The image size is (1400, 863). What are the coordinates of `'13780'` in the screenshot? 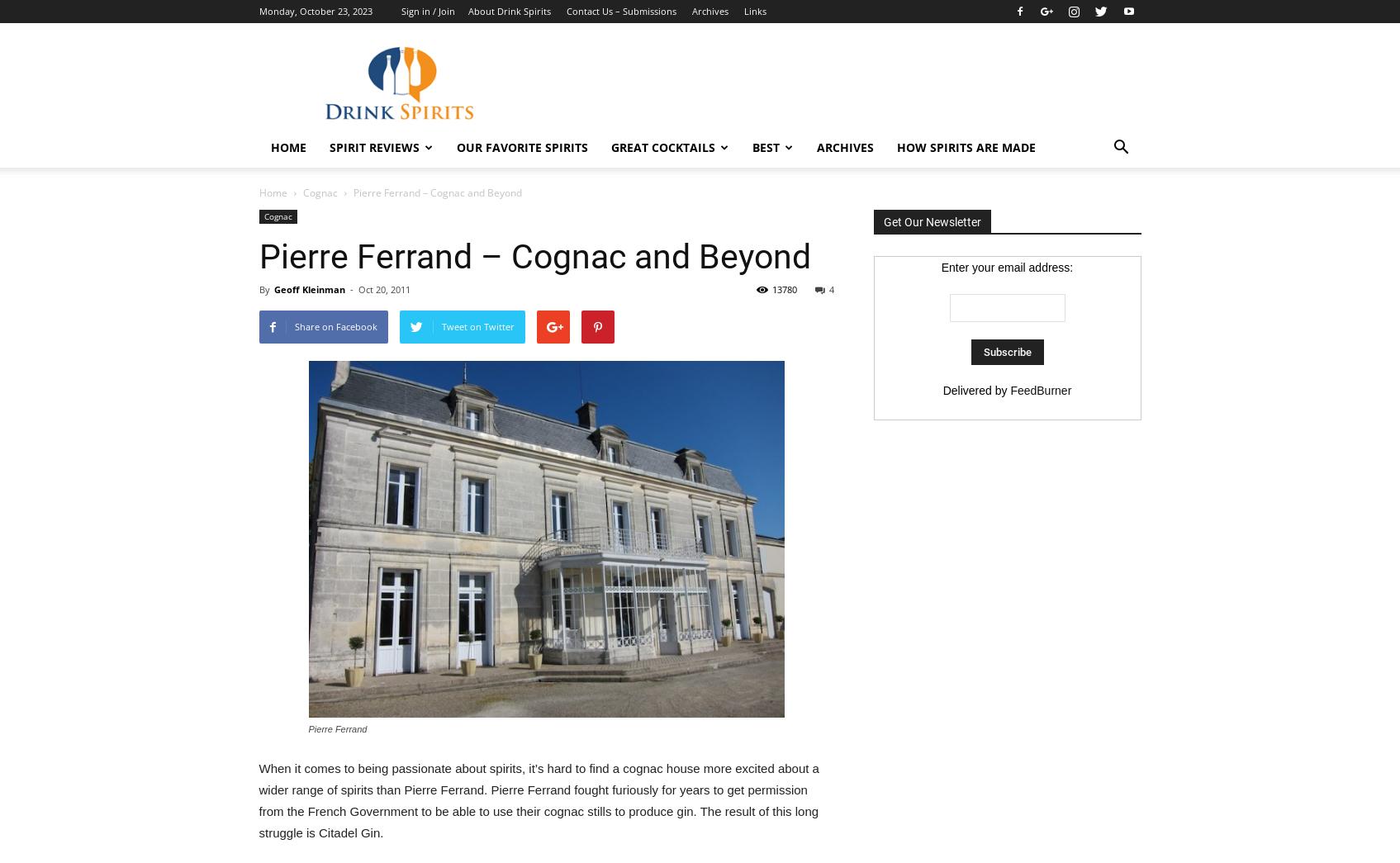 It's located at (771, 288).